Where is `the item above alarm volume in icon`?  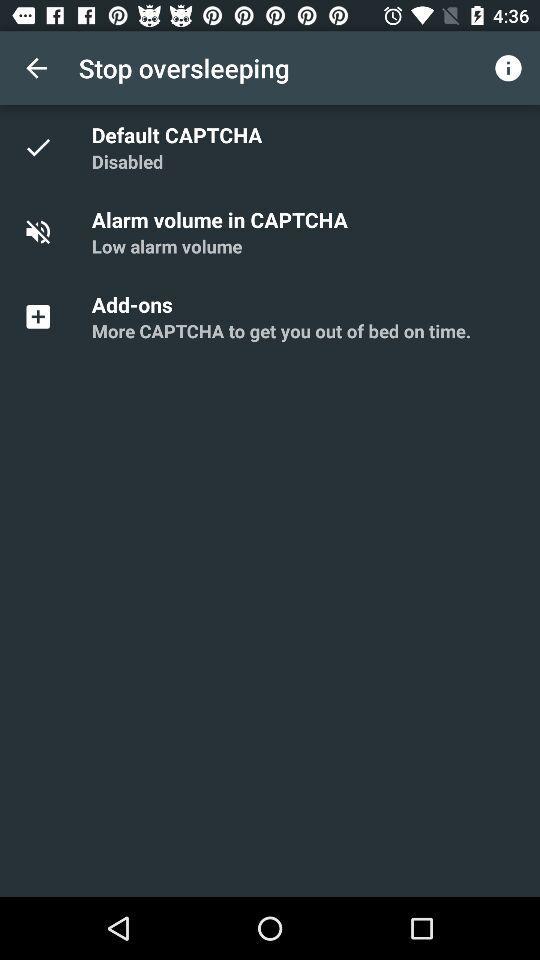
the item above alarm volume in icon is located at coordinates (127, 160).